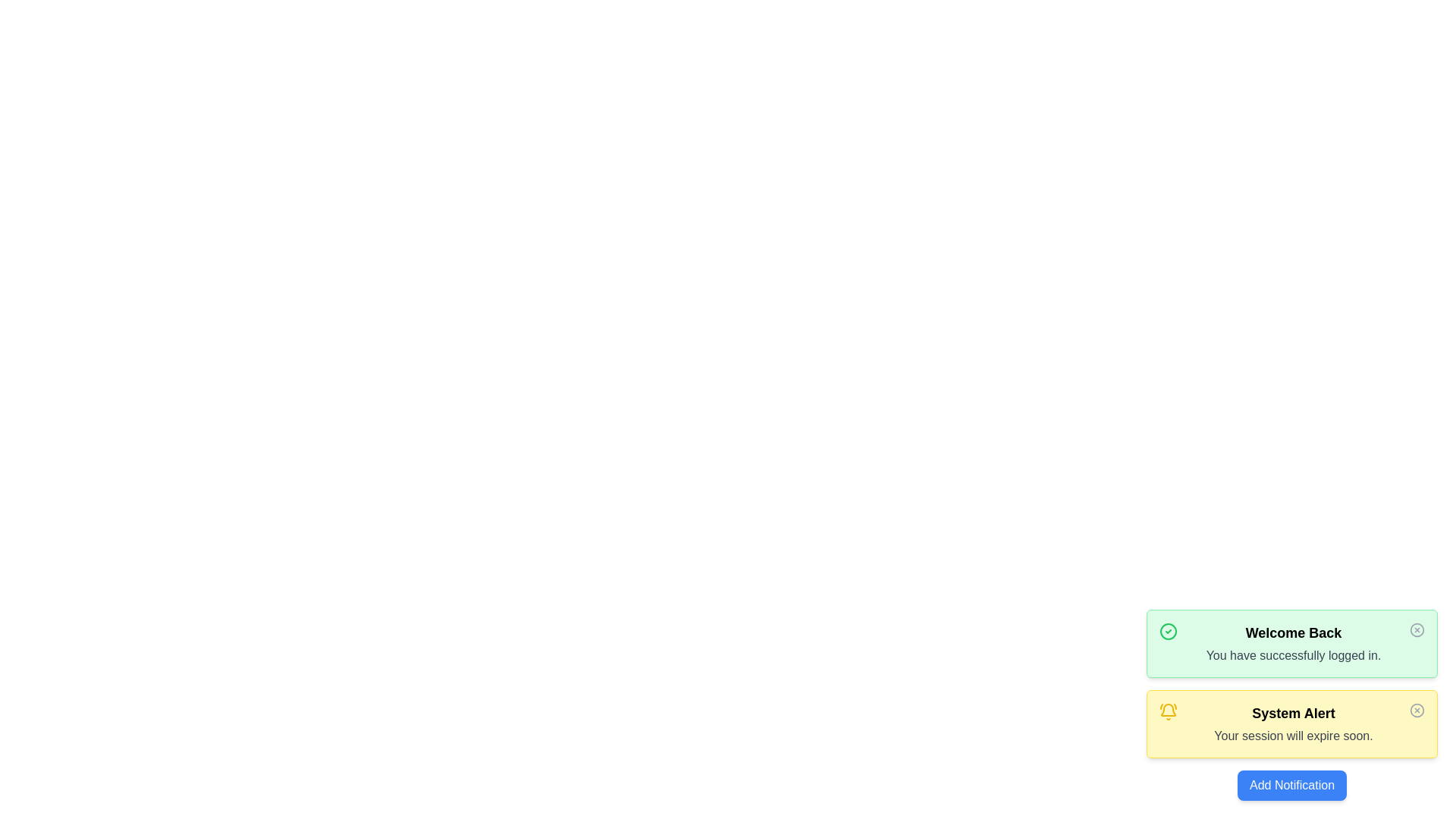 Image resolution: width=1456 pixels, height=819 pixels. Describe the element at coordinates (1292, 654) in the screenshot. I see `the text message 'You have successfully logged in.' which is located below the title 'Welcome Back' in a green notification box at the top right of the application` at that location.